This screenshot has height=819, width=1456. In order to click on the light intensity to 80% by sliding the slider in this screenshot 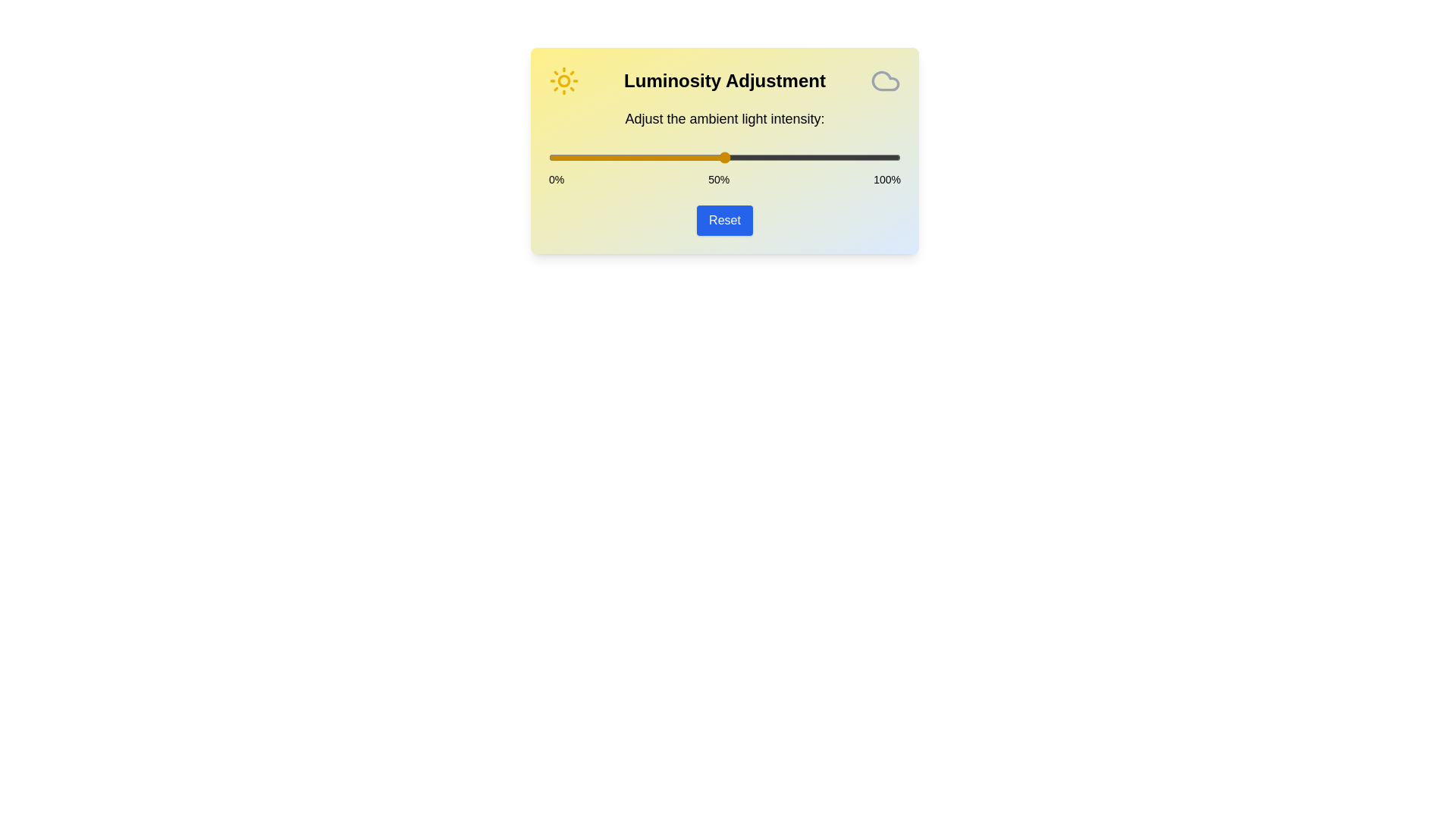, I will do `click(830, 158)`.